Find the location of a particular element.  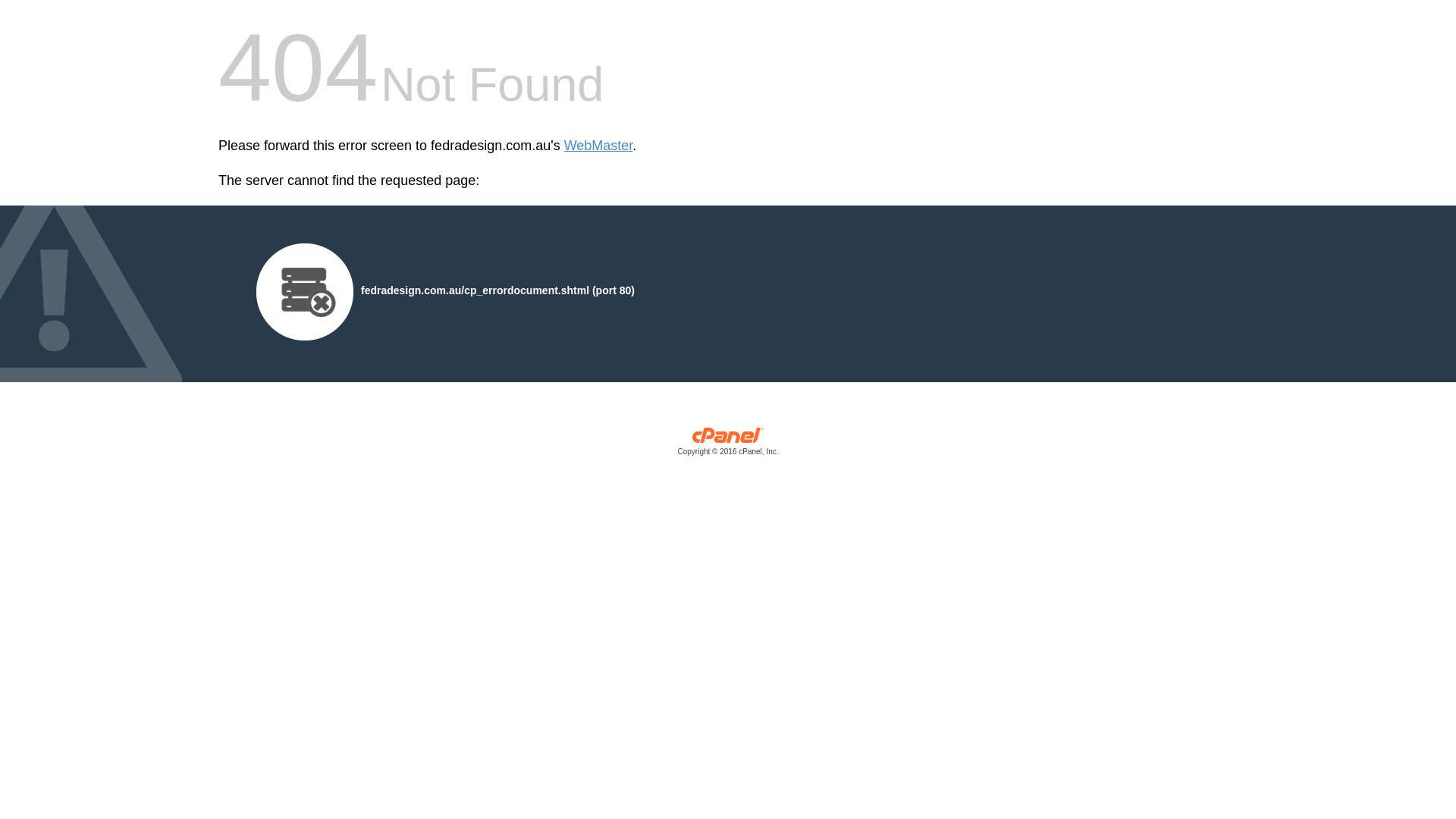

'WebMaster' is located at coordinates (598, 146).